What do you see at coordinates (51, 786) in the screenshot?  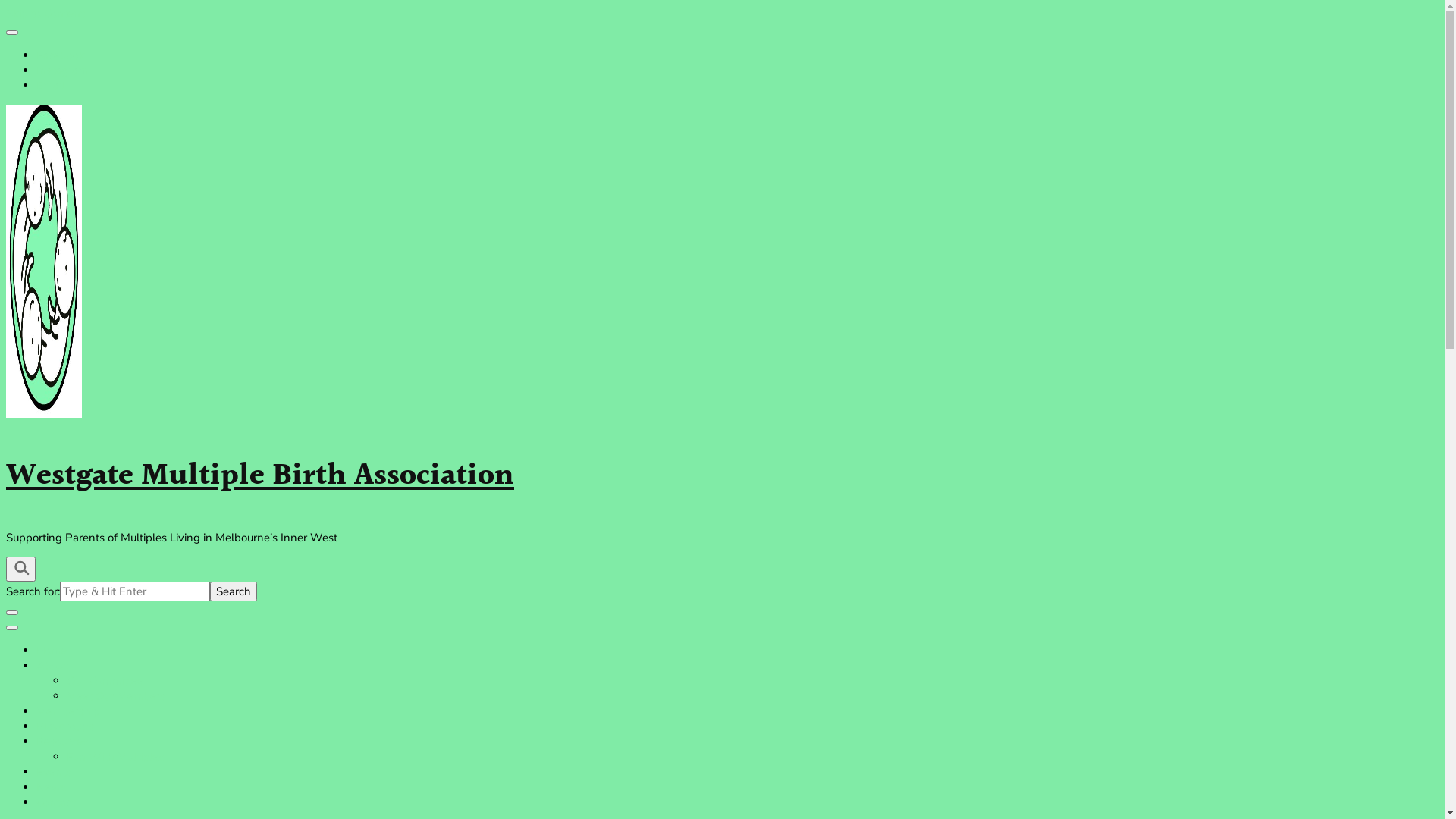 I see `'News'` at bounding box center [51, 786].